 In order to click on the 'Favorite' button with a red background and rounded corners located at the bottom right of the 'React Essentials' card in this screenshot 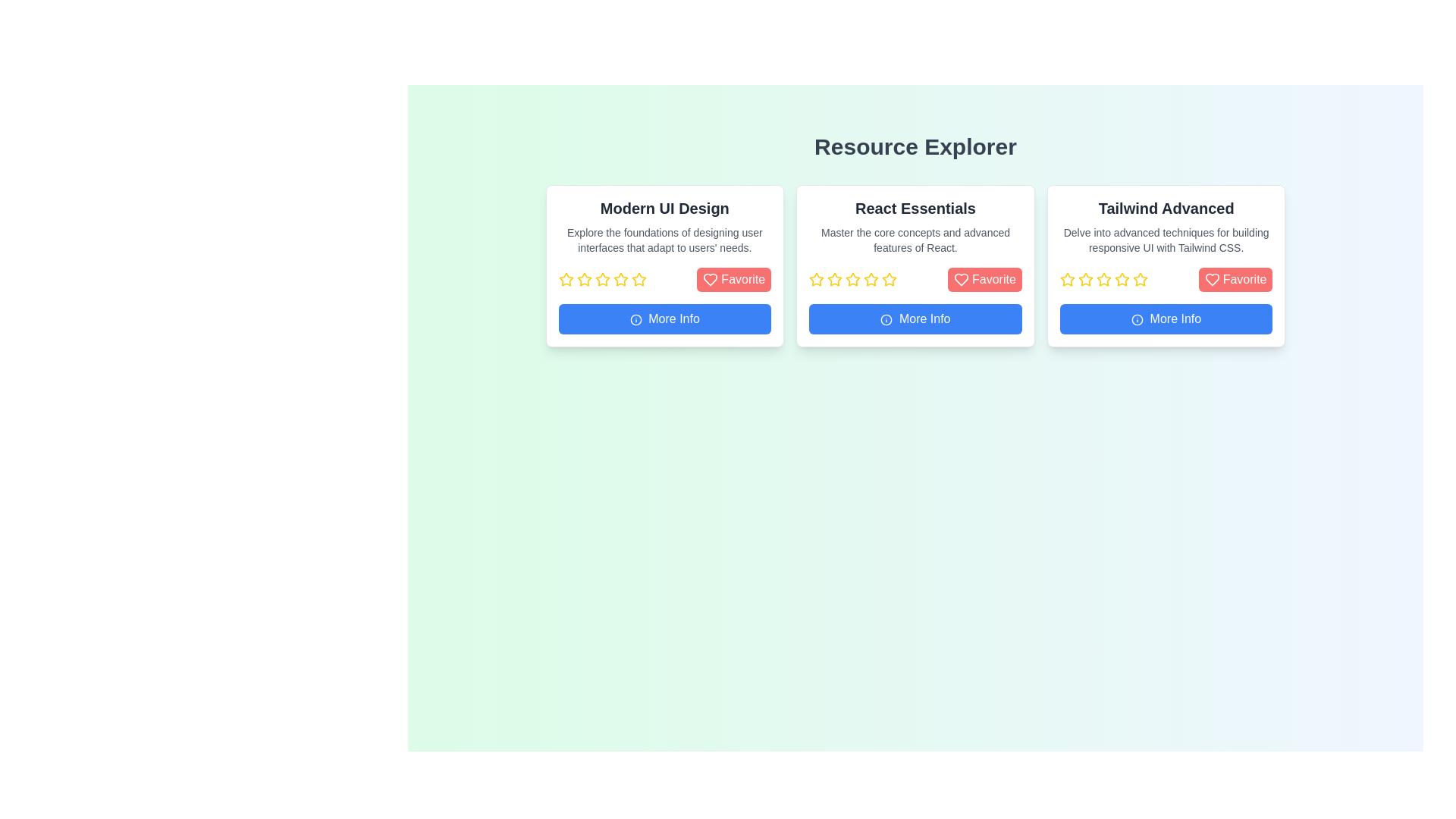, I will do `click(984, 280)`.